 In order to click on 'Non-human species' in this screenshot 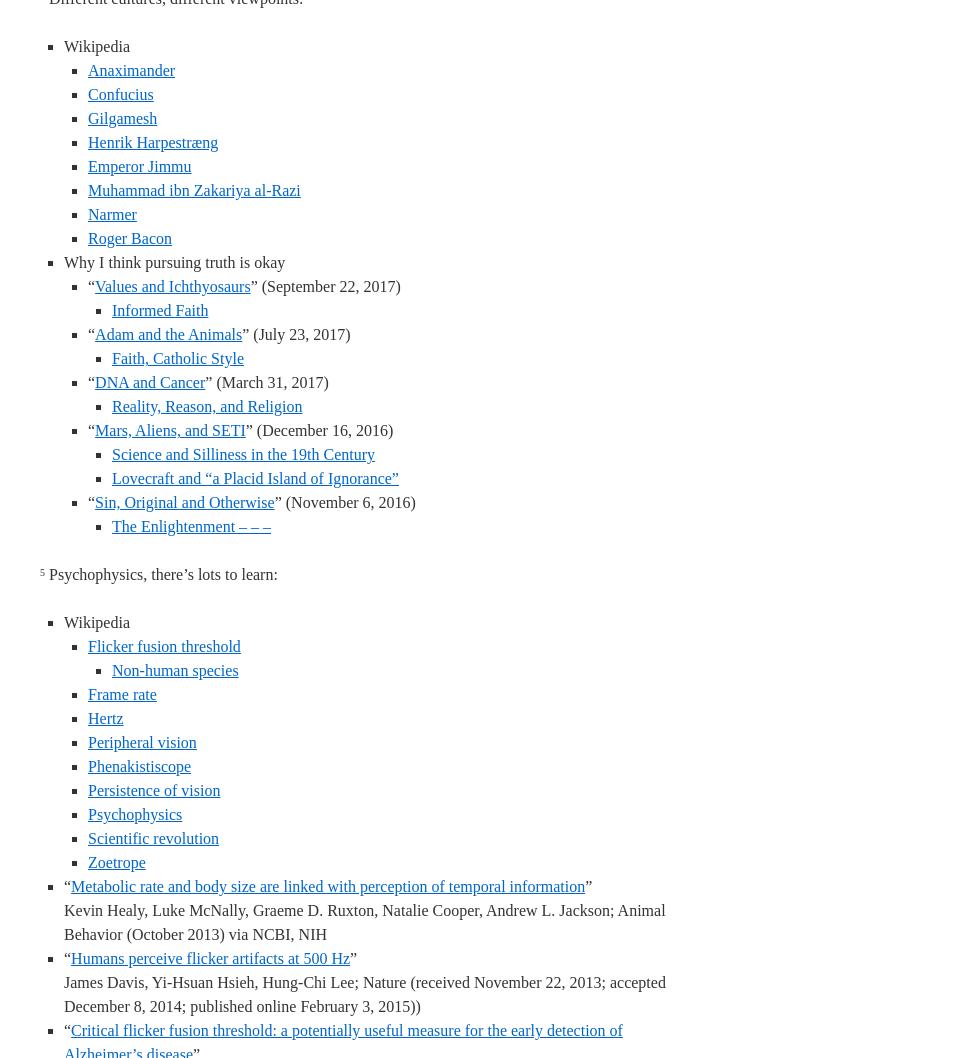, I will do `click(175, 669)`.